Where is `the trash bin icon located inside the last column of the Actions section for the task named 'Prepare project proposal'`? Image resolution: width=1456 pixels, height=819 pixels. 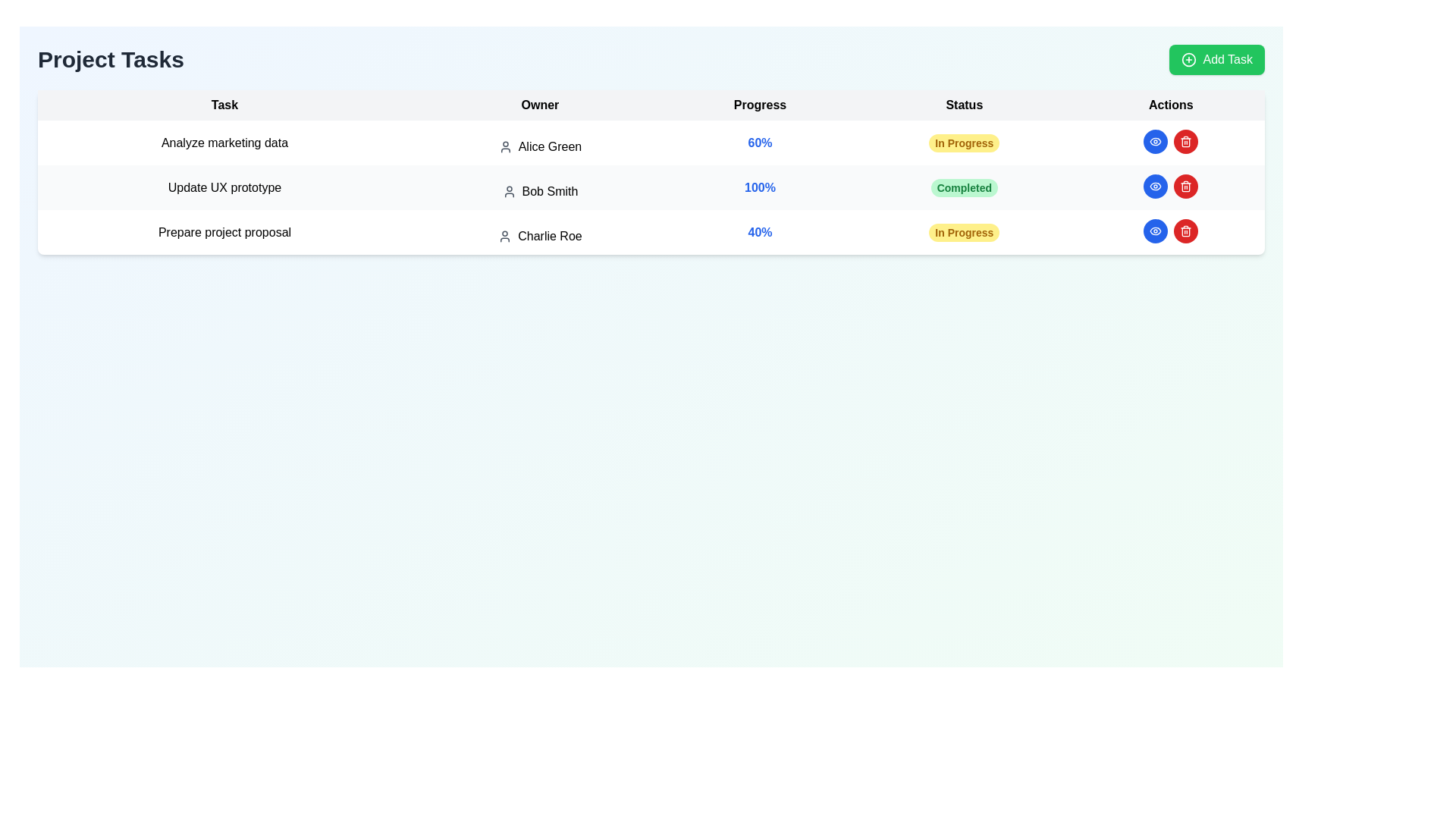 the trash bin icon located inside the last column of the Actions section for the task named 'Prepare project proposal' is located at coordinates (1185, 143).